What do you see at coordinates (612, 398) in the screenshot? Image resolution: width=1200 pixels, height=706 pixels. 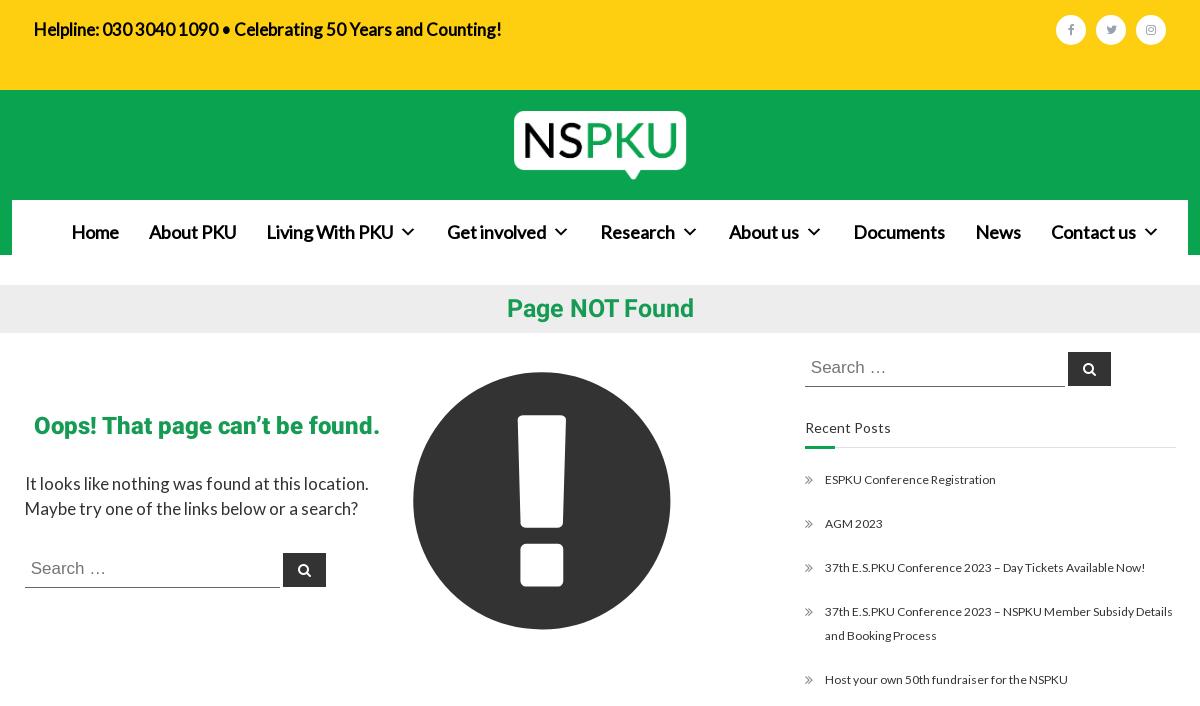 I see `'Guidelines'` at bounding box center [612, 398].